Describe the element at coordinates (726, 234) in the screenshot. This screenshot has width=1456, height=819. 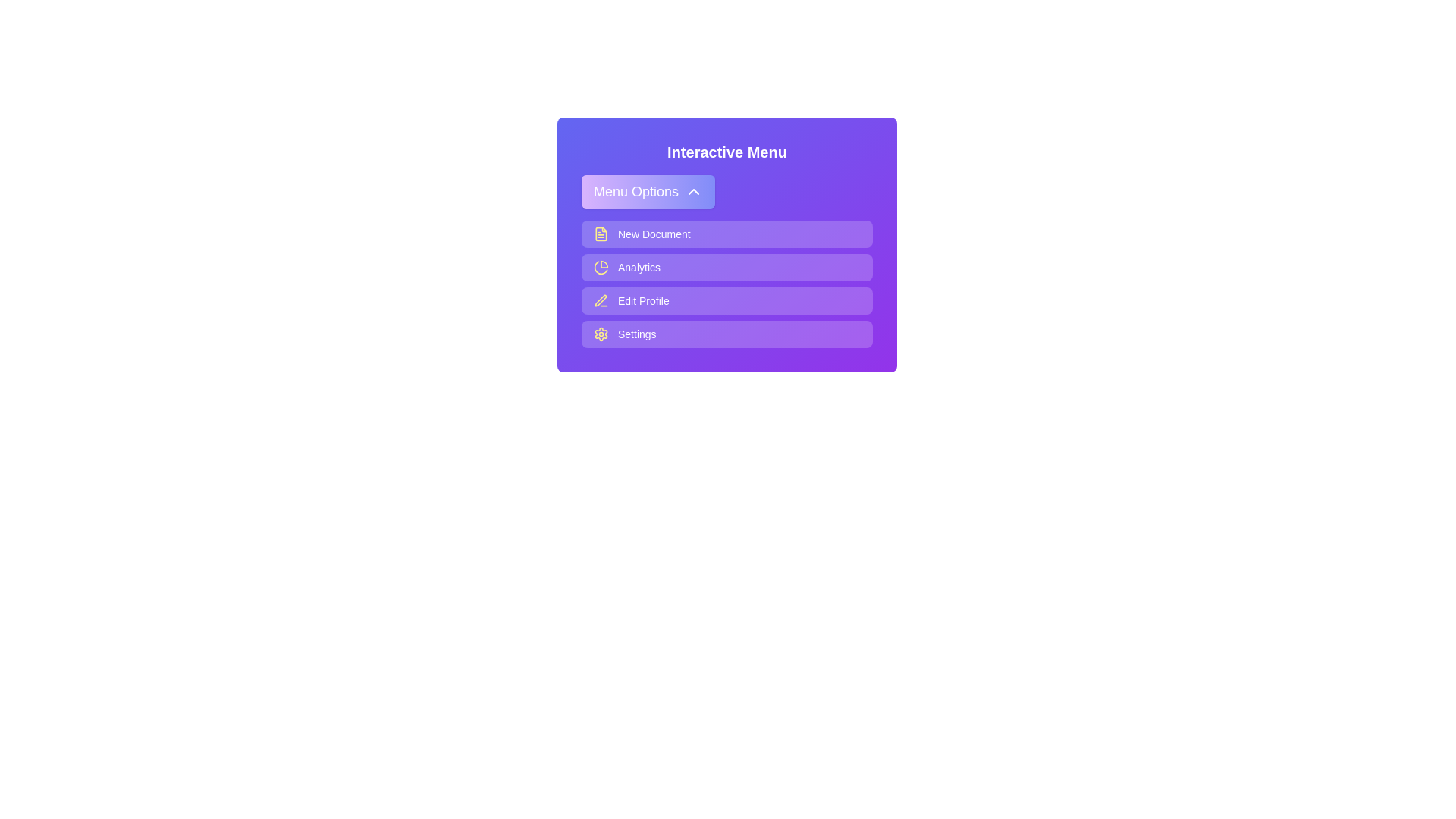
I see `the 'New Document' button, which is the first button in the vertical stack within the 'Interactive Menu' panel, to initiate the new document process` at that location.